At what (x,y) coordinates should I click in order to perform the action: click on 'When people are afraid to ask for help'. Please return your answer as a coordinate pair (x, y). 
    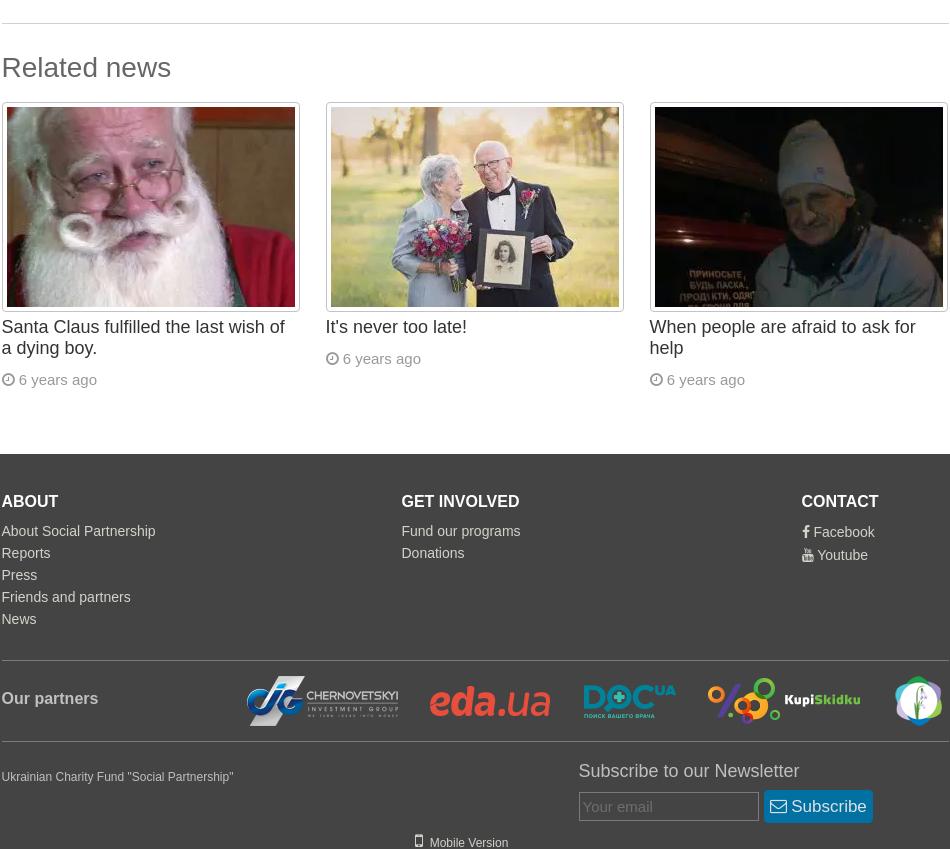
    Looking at the image, I should click on (781, 337).